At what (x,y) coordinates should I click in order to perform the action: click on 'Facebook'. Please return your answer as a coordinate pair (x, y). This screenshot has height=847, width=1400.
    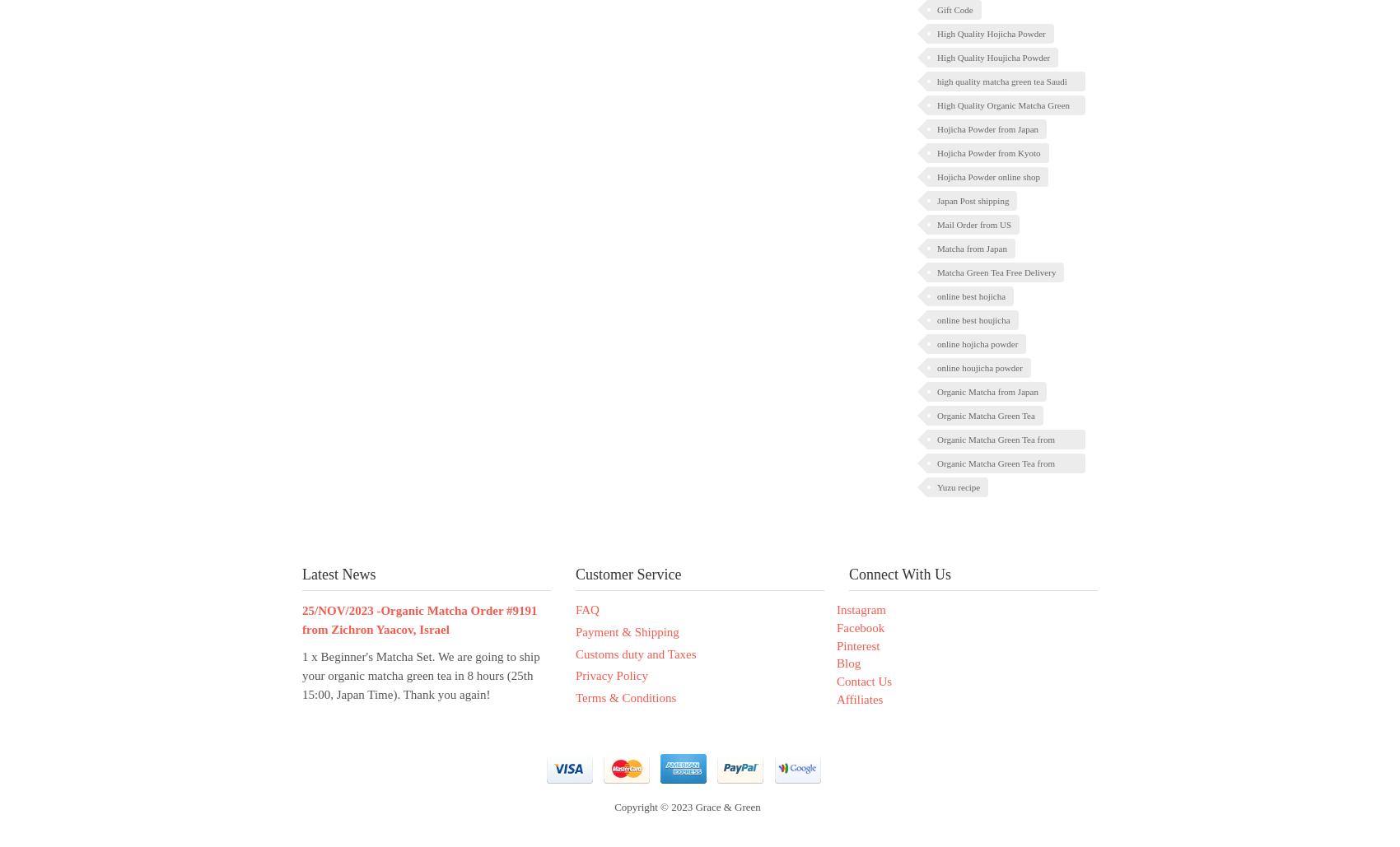
    Looking at the image, I should click on (859, 626).